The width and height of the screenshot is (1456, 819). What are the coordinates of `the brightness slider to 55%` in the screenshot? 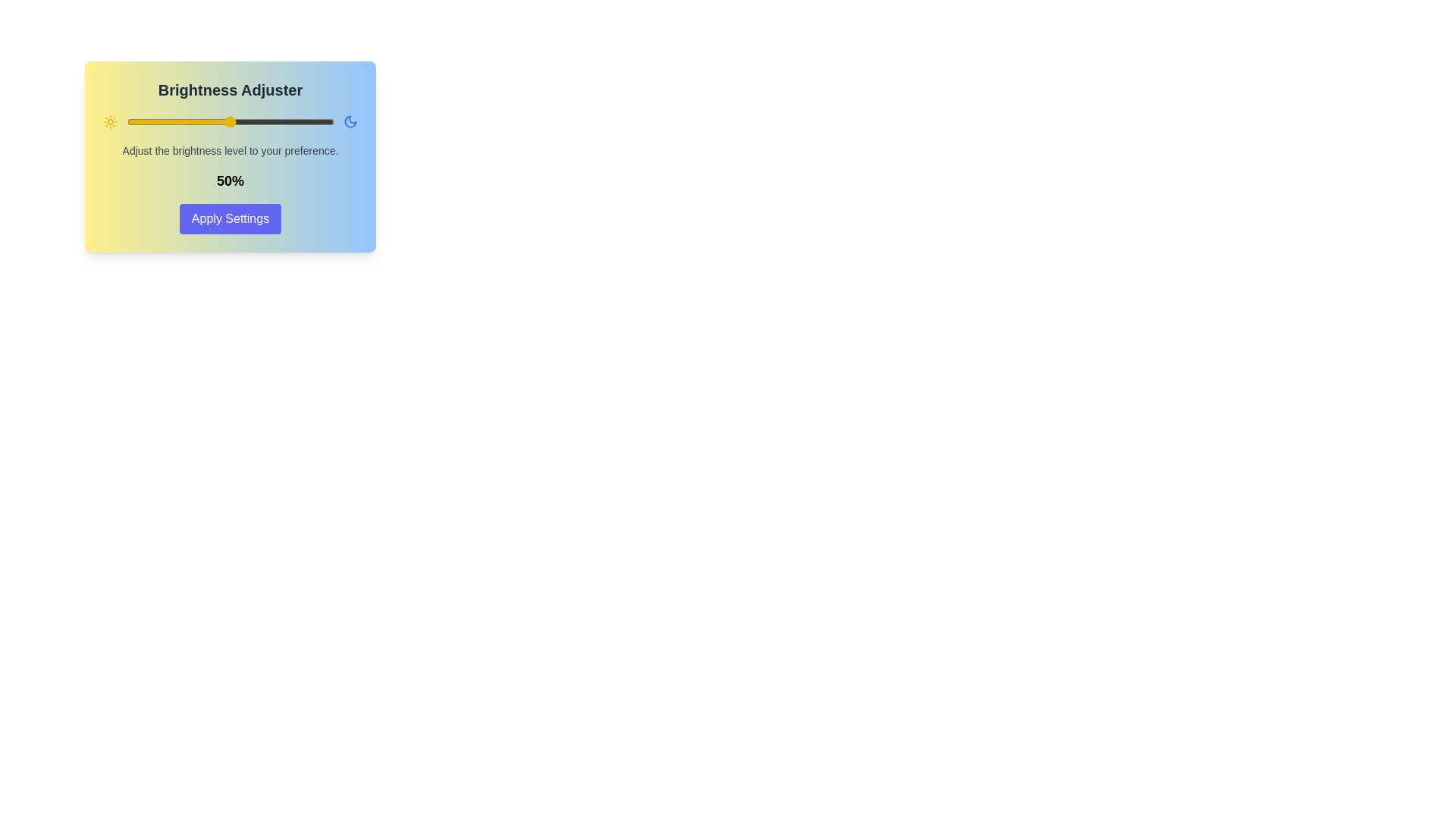 It's located at (240, 121).